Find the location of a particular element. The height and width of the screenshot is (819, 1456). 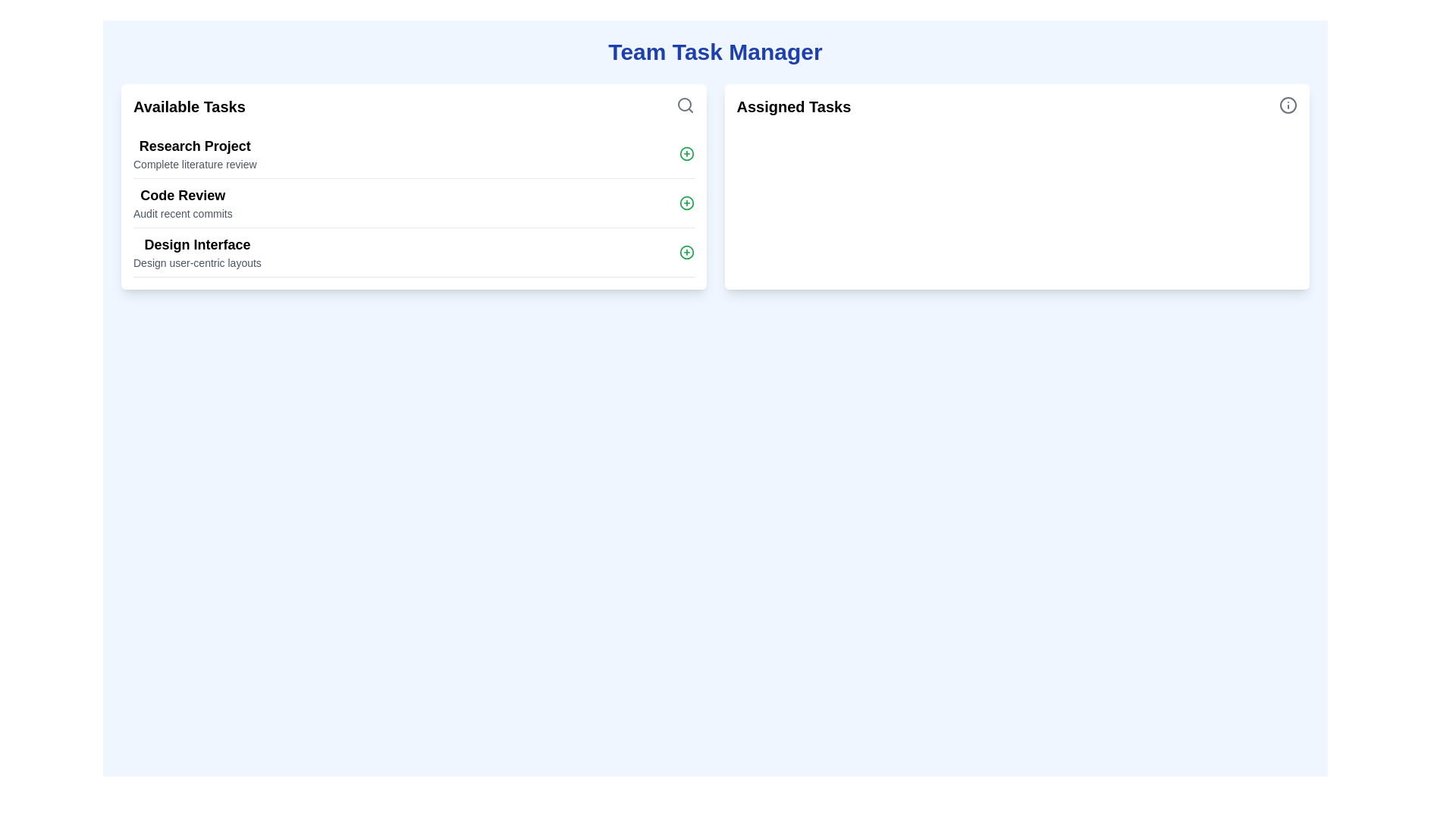

the icon button located at the right of the task title and description in the 'Available Tasks' section is located at coordinates (686, 251).